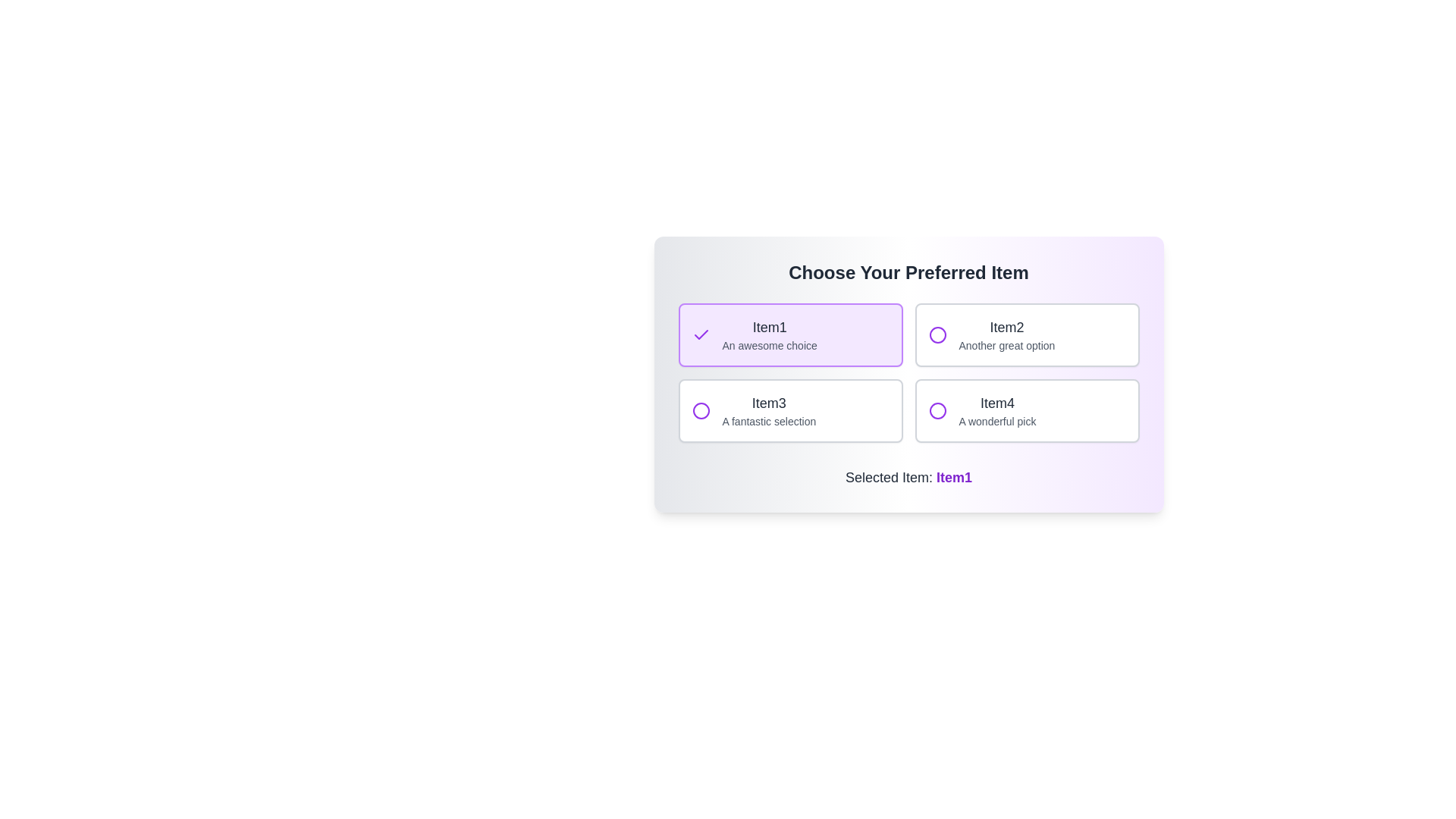 Image resolution: width=1456 pixels, height=819 pixels. What do you see at coordinates (908, 476) in the screenshot?
I see `the static informational text display that indicates the currently selected item from the list above, positioned immediately below the selectable items` at bounding box center [908, 476].